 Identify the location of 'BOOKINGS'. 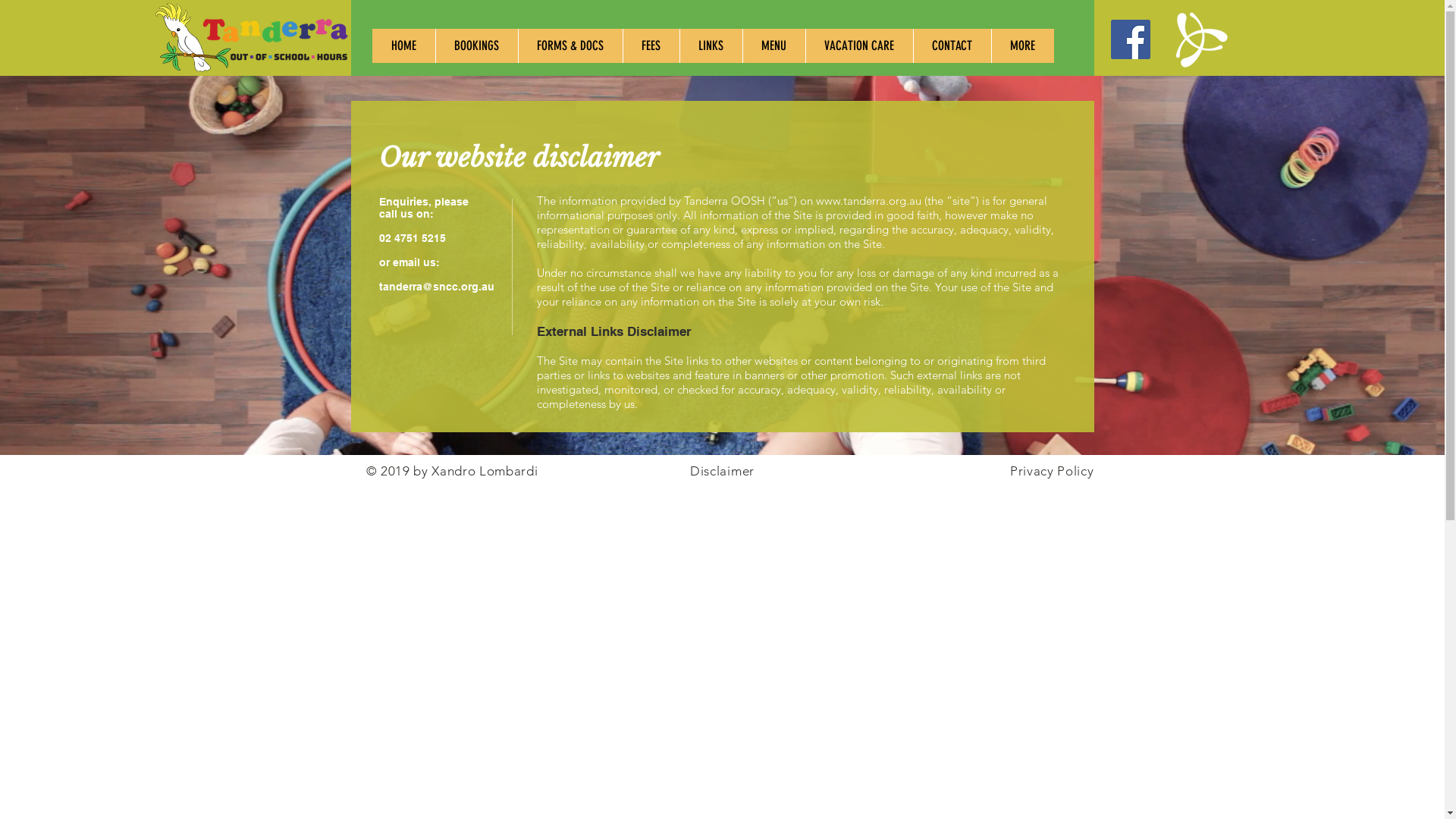
(435, 45).